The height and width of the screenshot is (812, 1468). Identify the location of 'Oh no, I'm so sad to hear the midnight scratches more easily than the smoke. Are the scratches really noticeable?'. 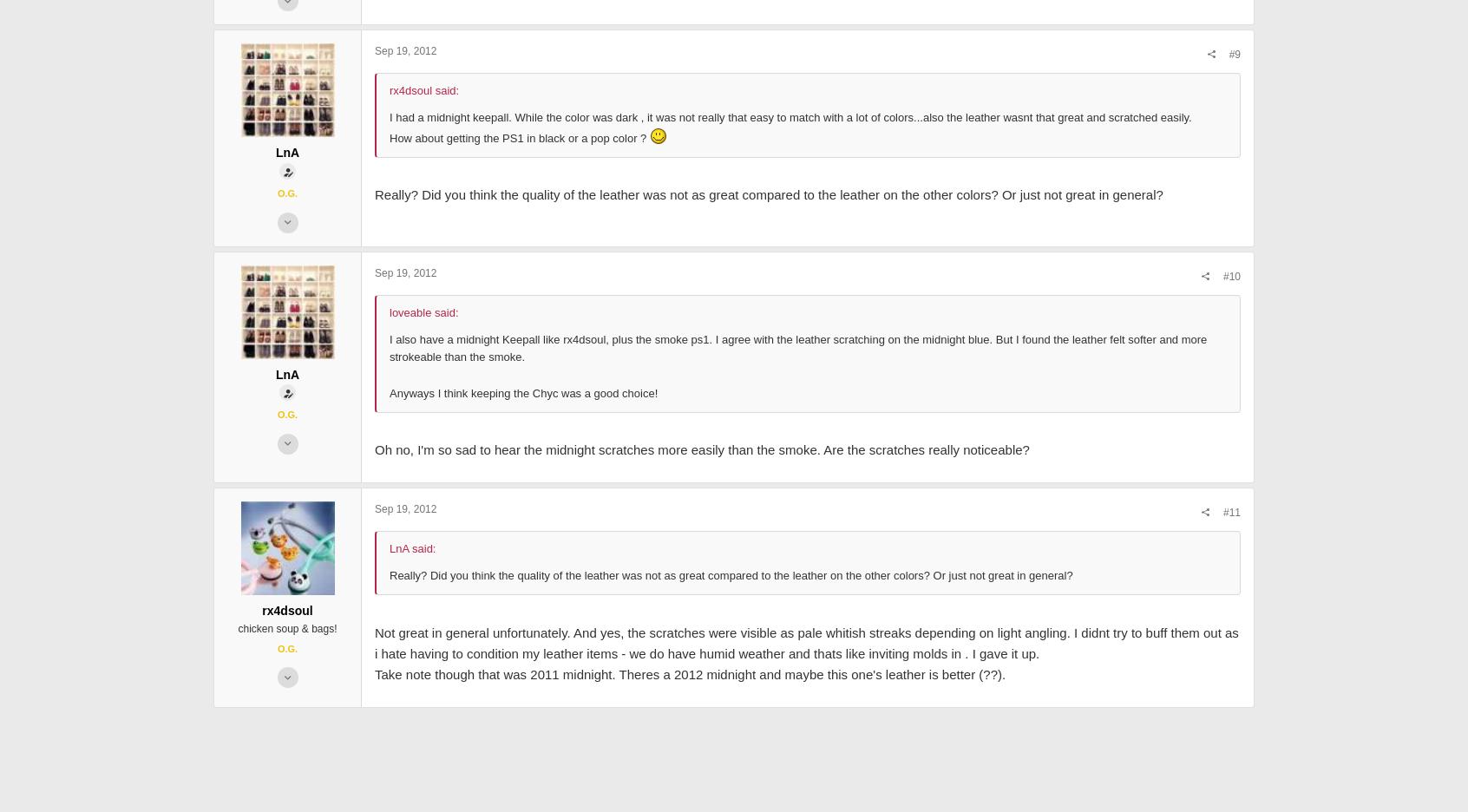
(666, 603).